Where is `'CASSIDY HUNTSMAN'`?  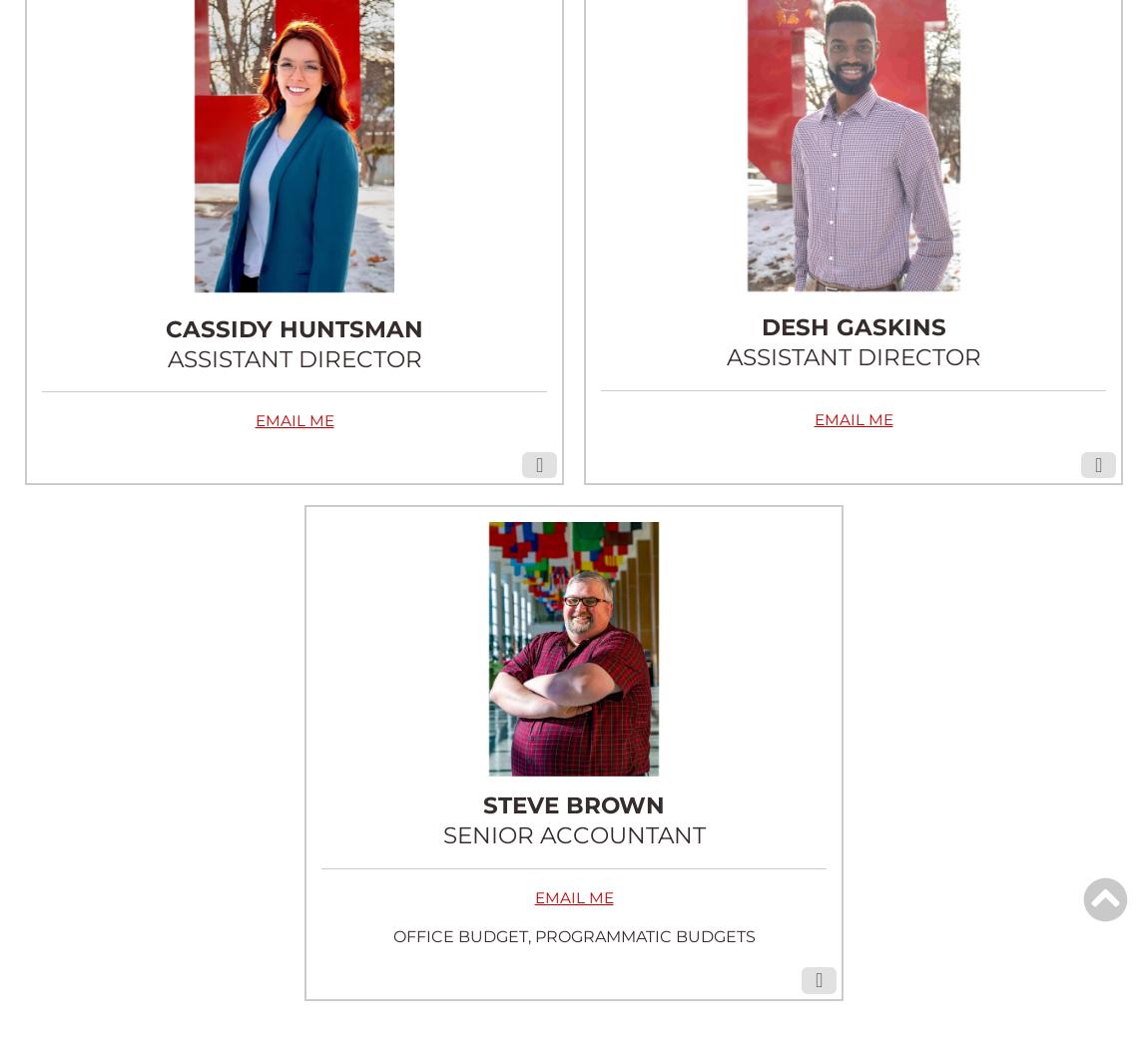
'CASSIDY HUNTSMAN' is located at coordinates (164, 328).